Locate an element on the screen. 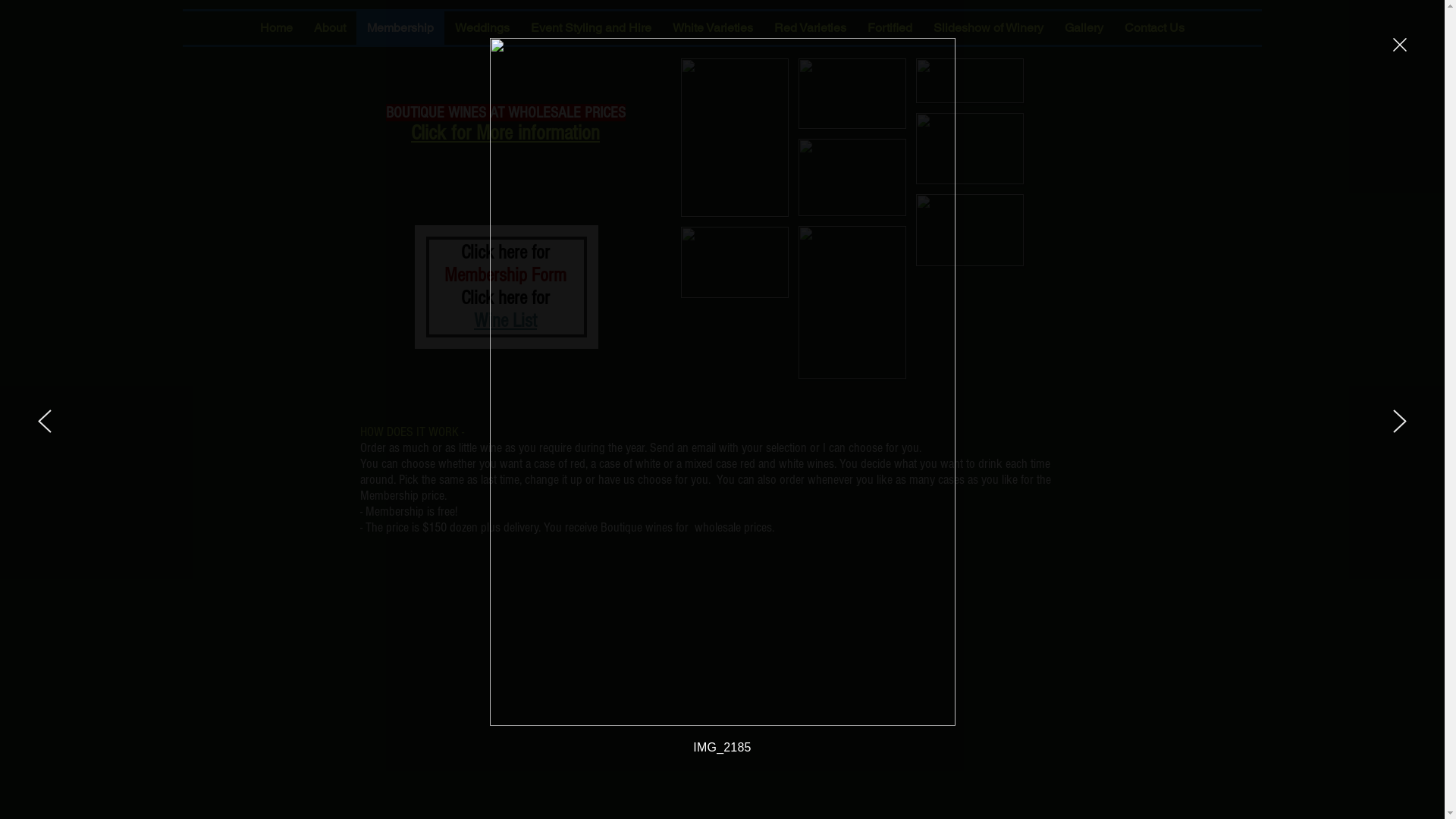 This screenshot has width=1456, height=819. 'About' is located at coordinates (329, 28).